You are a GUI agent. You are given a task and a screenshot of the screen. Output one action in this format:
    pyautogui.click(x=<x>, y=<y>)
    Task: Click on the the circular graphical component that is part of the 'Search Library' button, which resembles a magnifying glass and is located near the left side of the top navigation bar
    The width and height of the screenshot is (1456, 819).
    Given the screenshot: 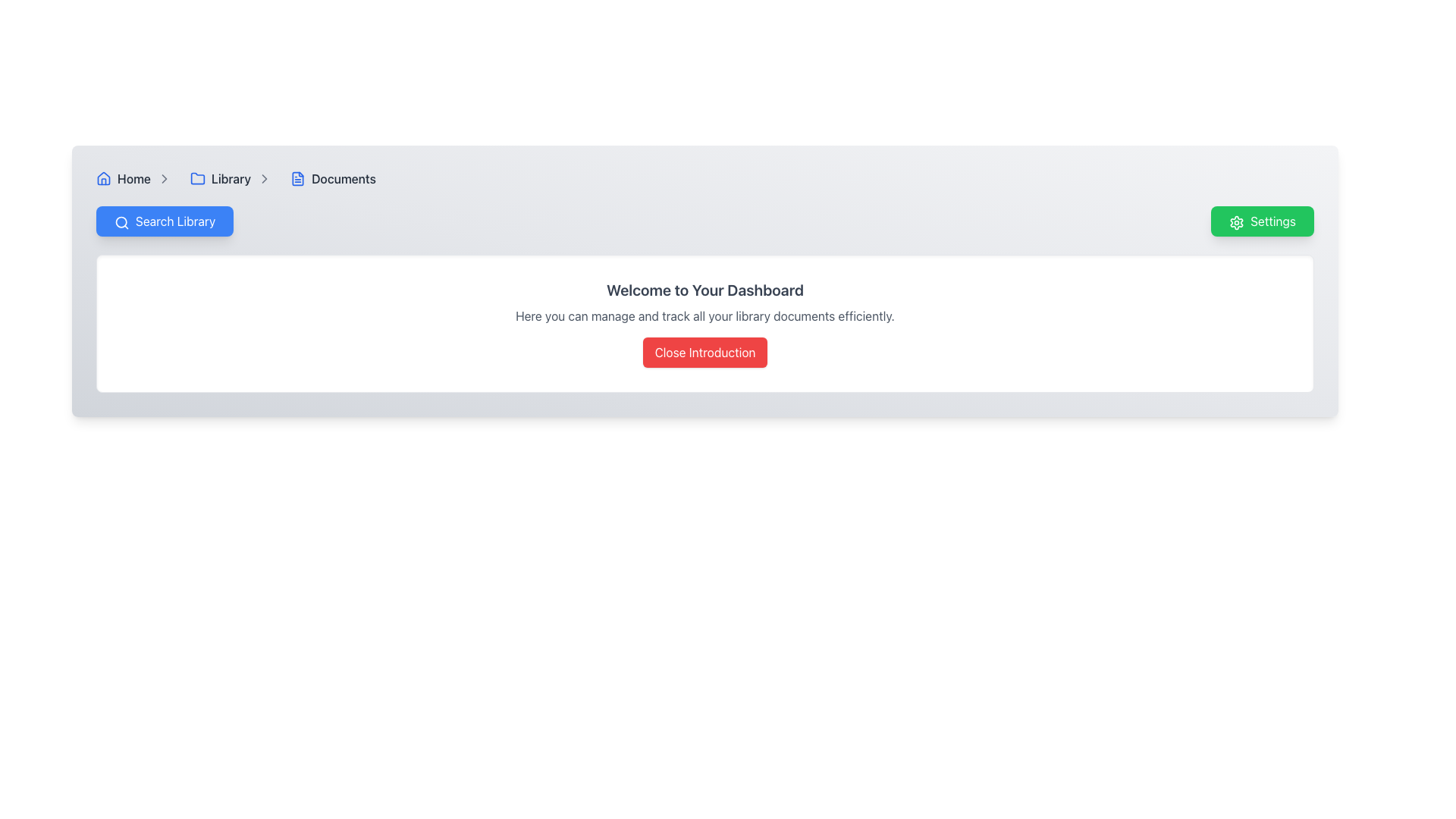 What is the action you would take?
    pyautogui.click(x=121, y=221)
    